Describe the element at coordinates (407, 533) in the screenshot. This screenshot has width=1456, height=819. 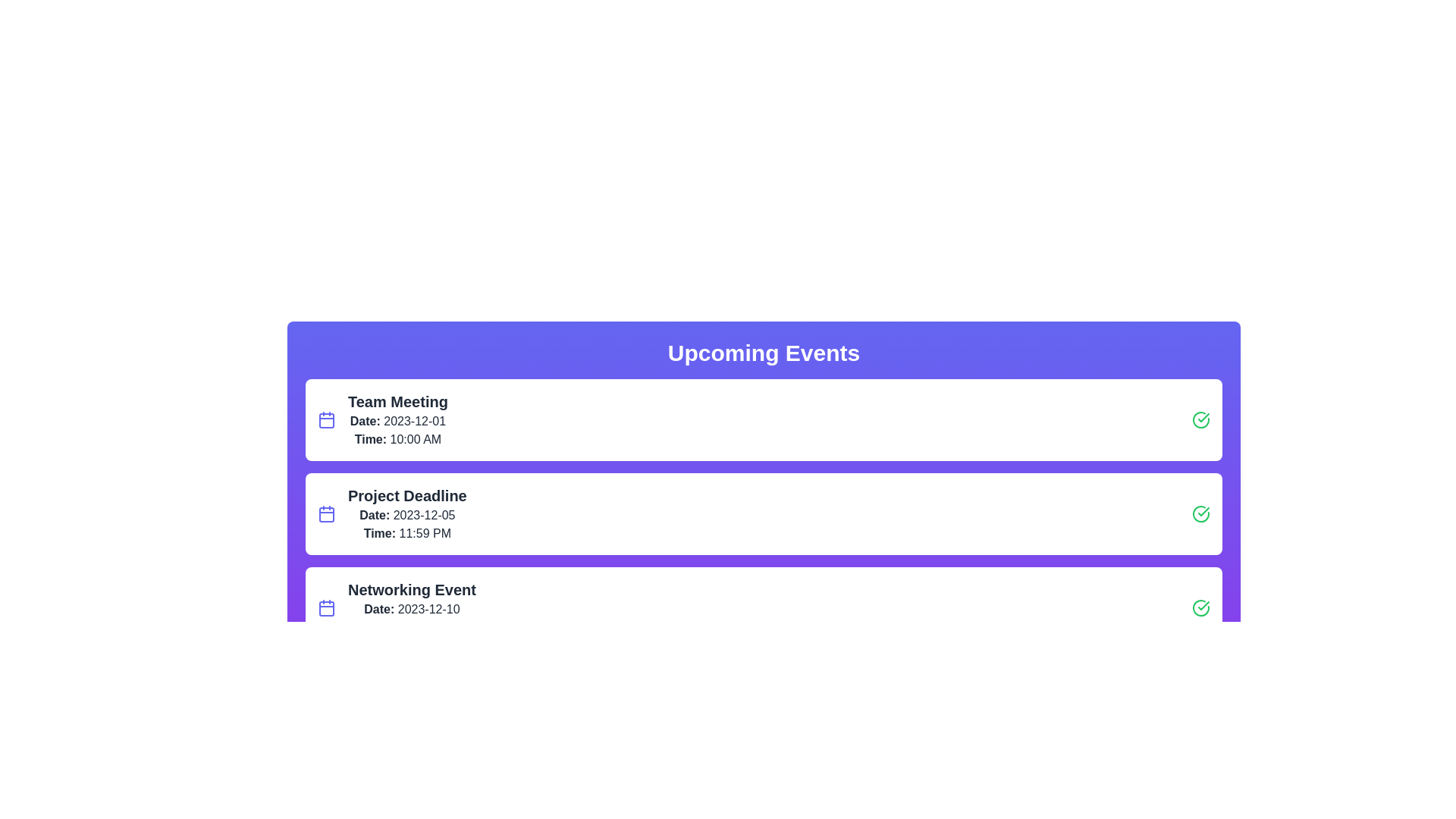
I see `the static text label displaying 'Time: 11:59 PM' which is located beneath 'Date: 2023-12-05' in the 'Project Deadline' section of the 'Upcoming Events' panel` at that location.